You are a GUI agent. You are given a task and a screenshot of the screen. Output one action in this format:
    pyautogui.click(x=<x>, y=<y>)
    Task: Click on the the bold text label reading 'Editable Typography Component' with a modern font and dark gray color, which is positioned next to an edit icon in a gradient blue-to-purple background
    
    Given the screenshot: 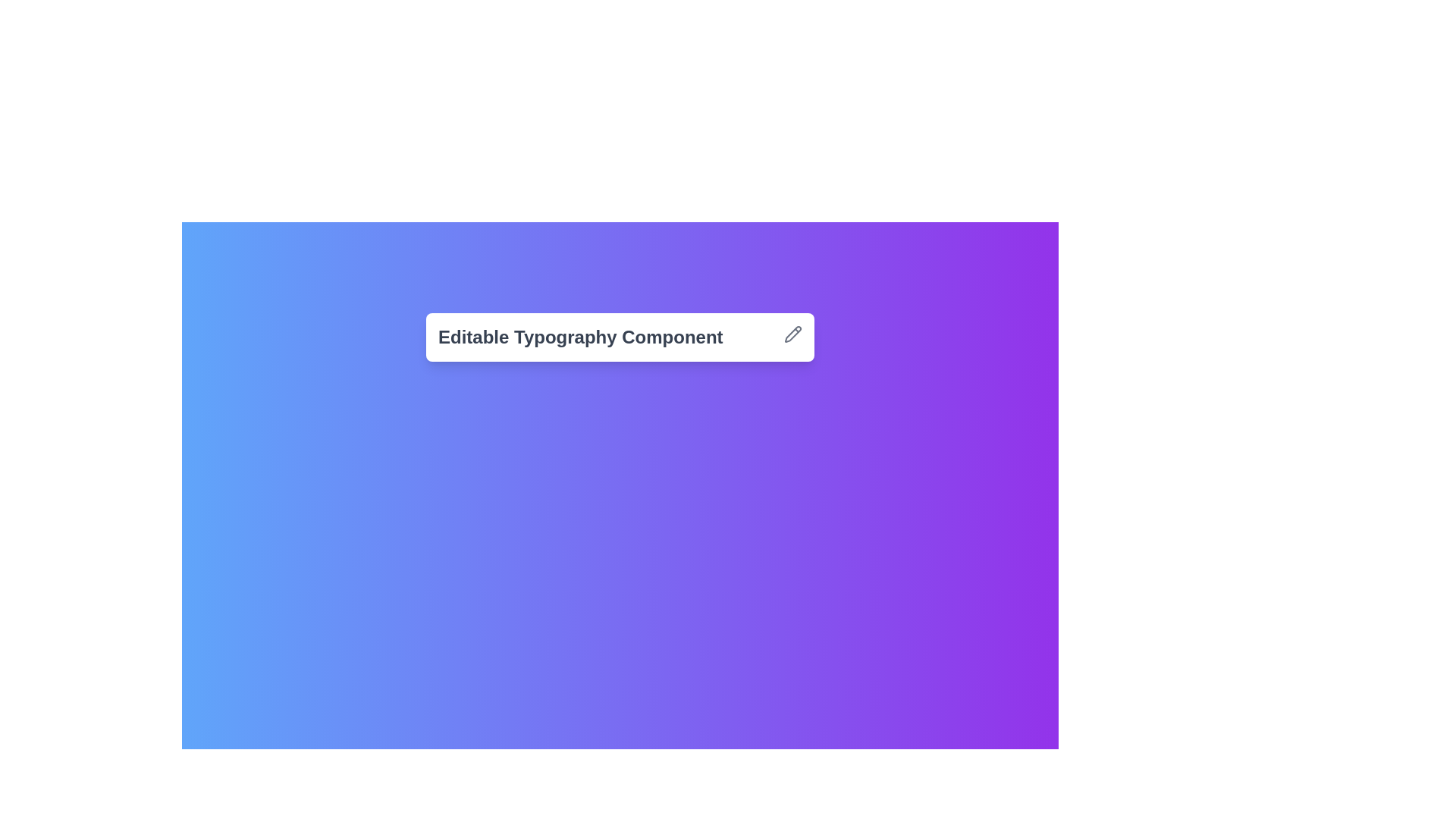 What is the action you would take?
    pyautogui.click(x=579, y=336)
    